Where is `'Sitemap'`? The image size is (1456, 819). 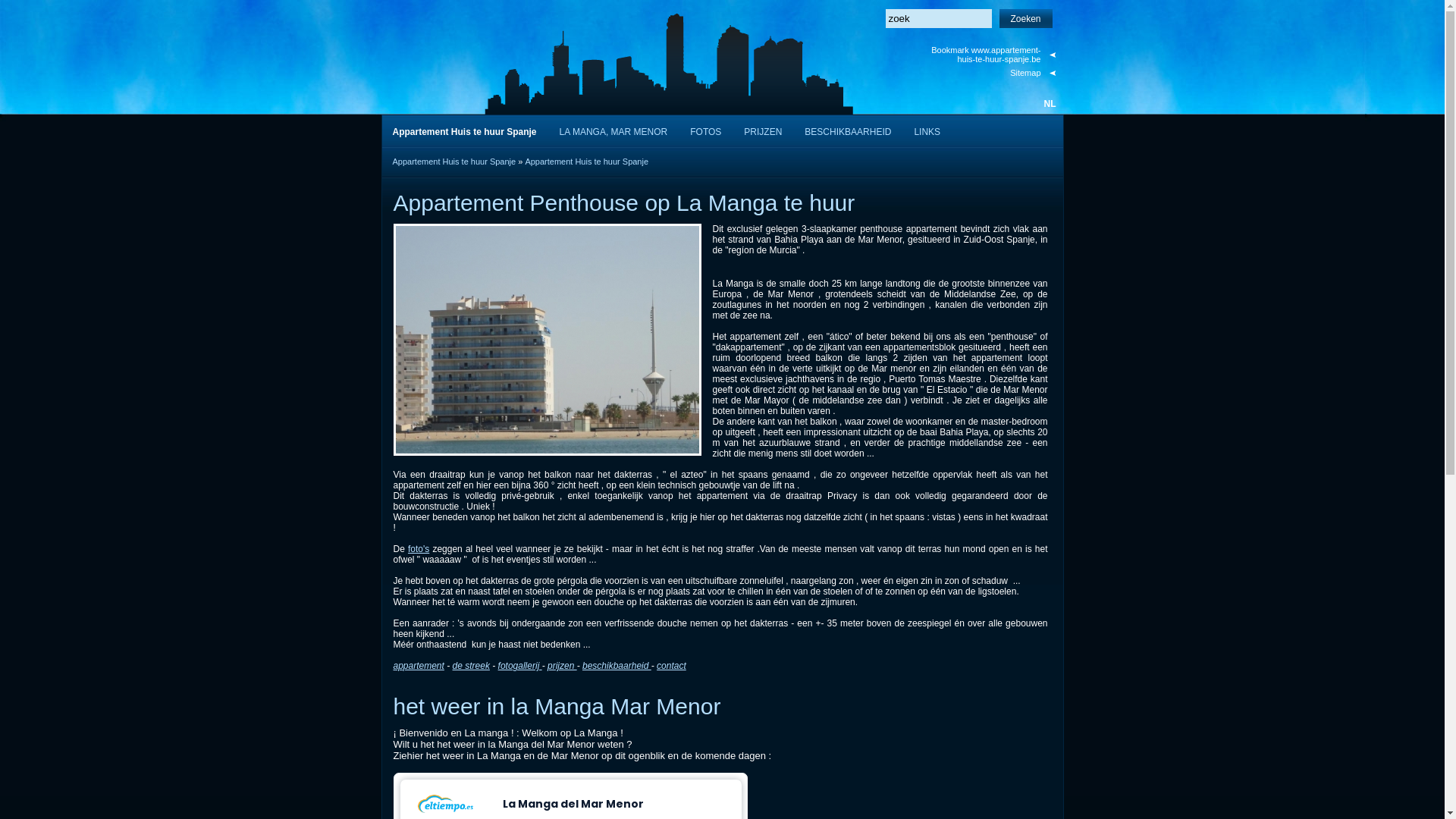 'Sitemap' is located at coordinates (992, 73).